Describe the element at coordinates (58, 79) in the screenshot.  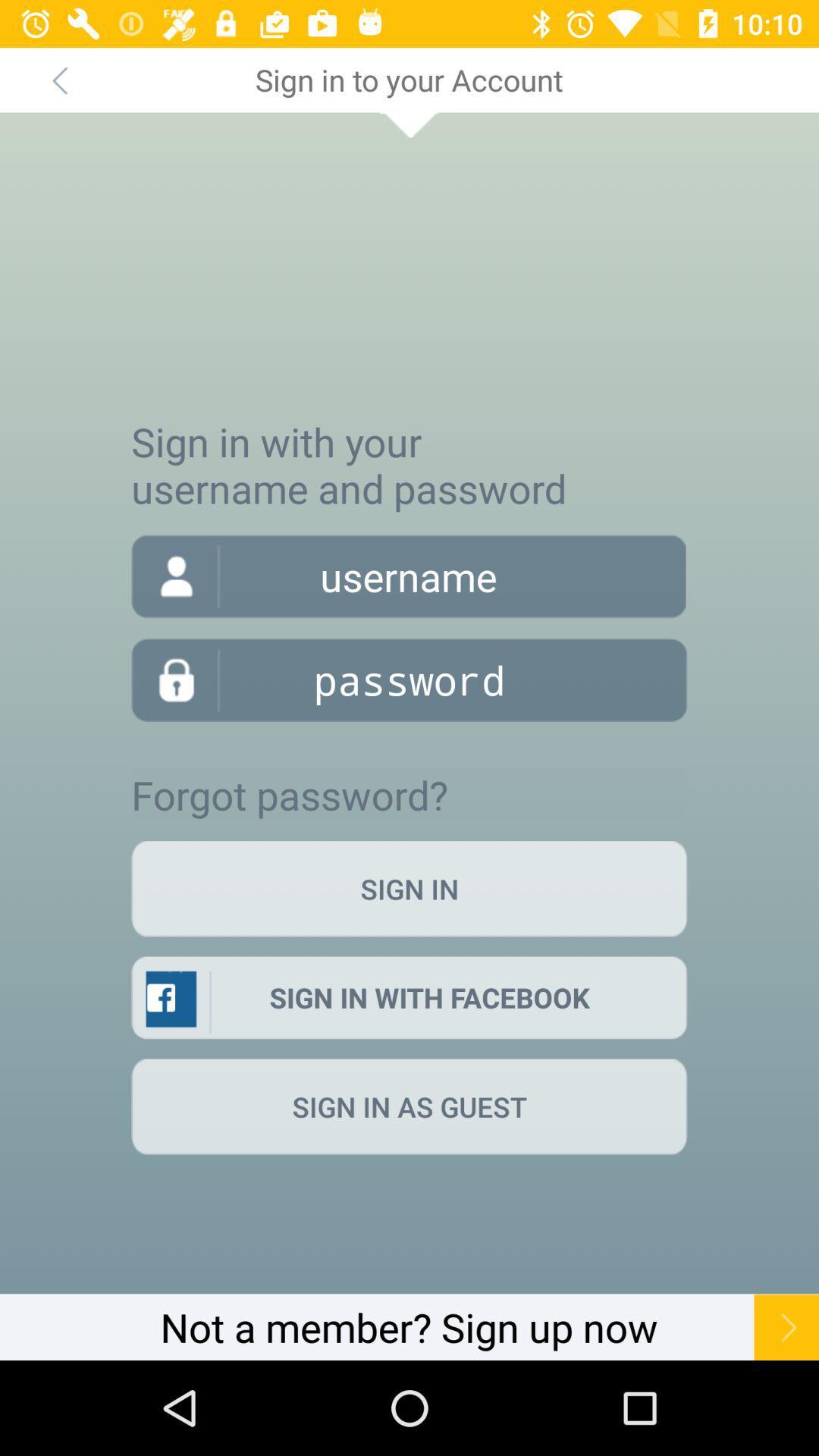
I see `go back` at that location.